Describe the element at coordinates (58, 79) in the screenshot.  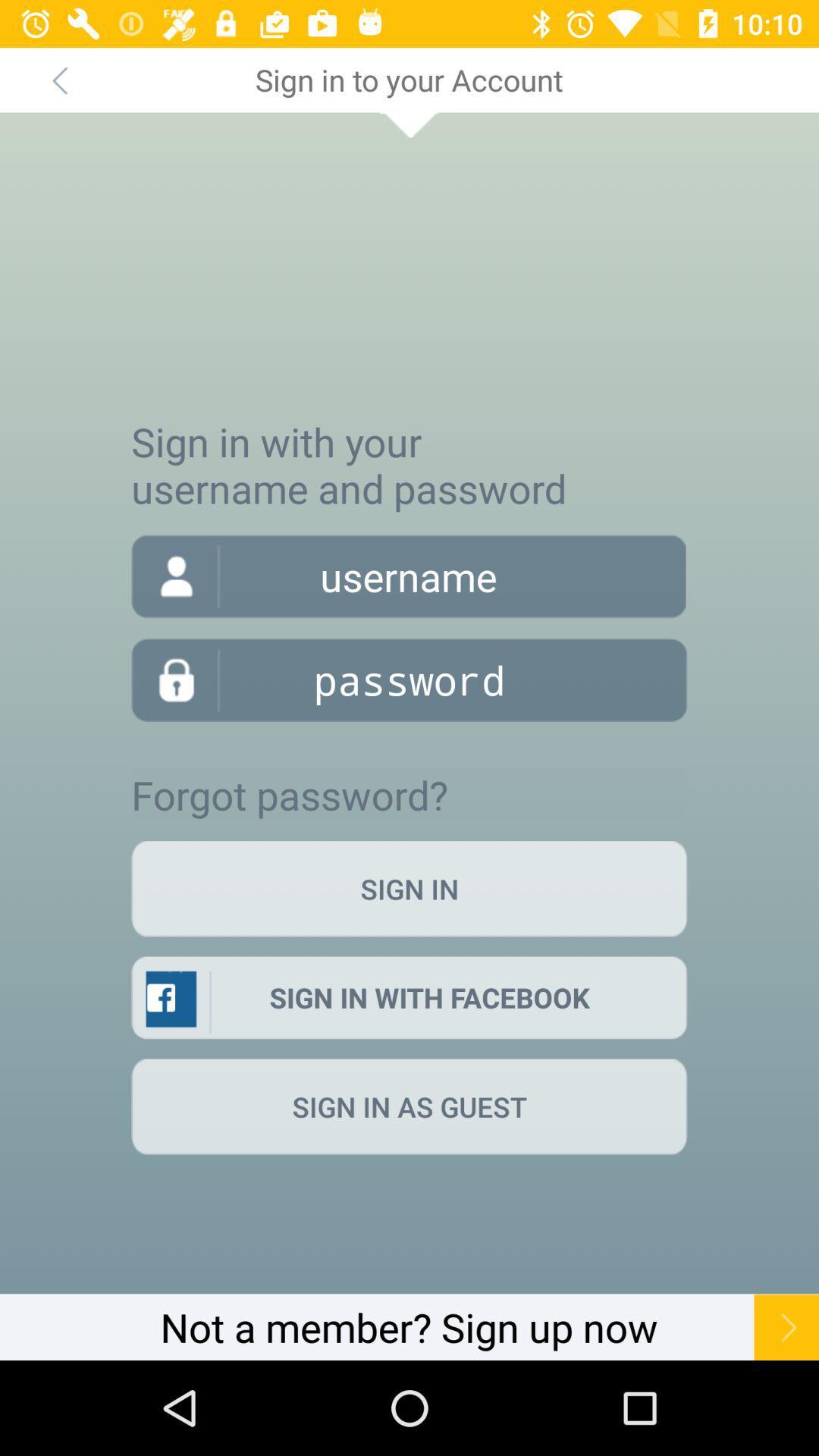
I see `go back` at that location.